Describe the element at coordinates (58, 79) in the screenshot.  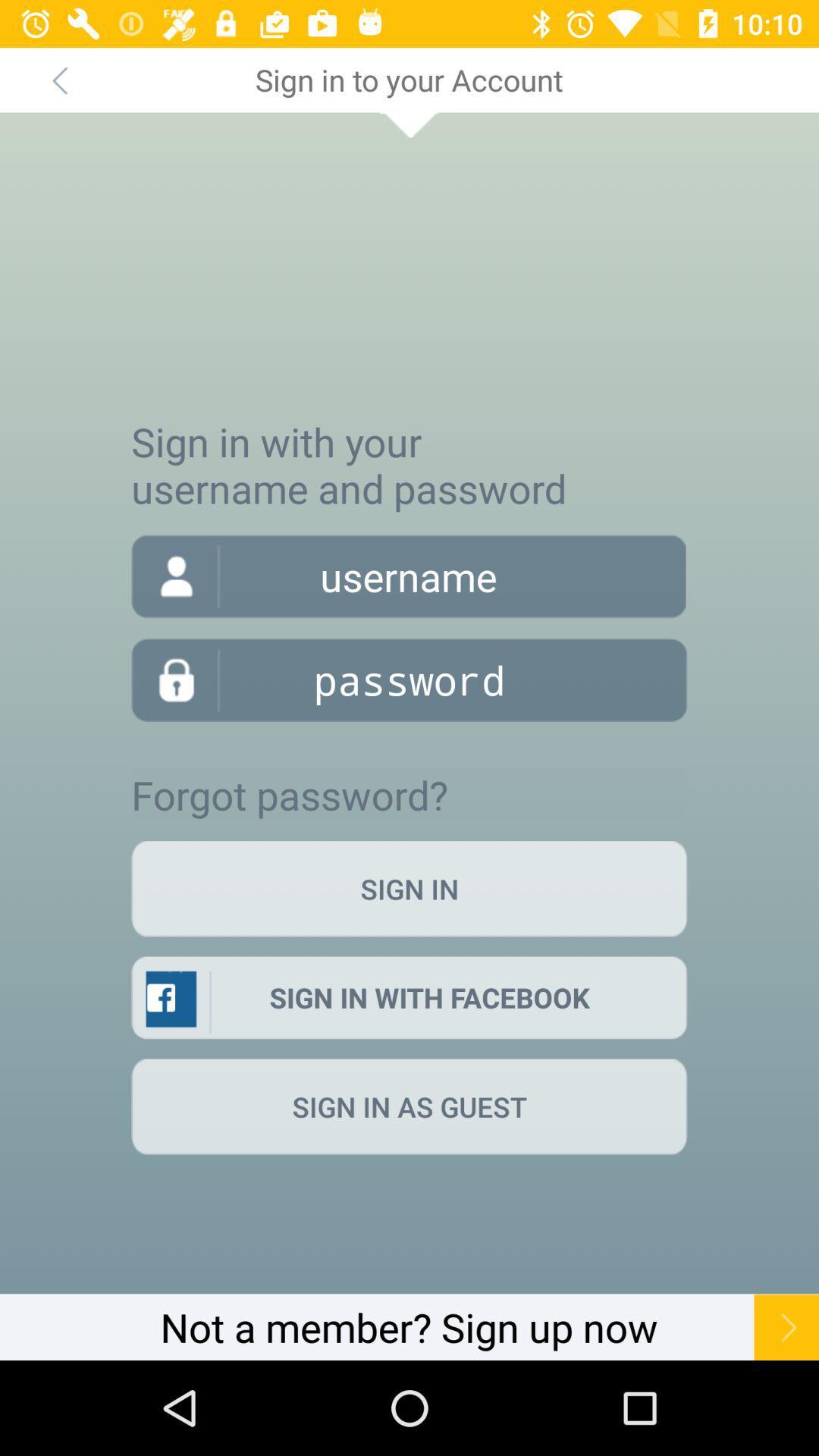
I see `go back` at that location.